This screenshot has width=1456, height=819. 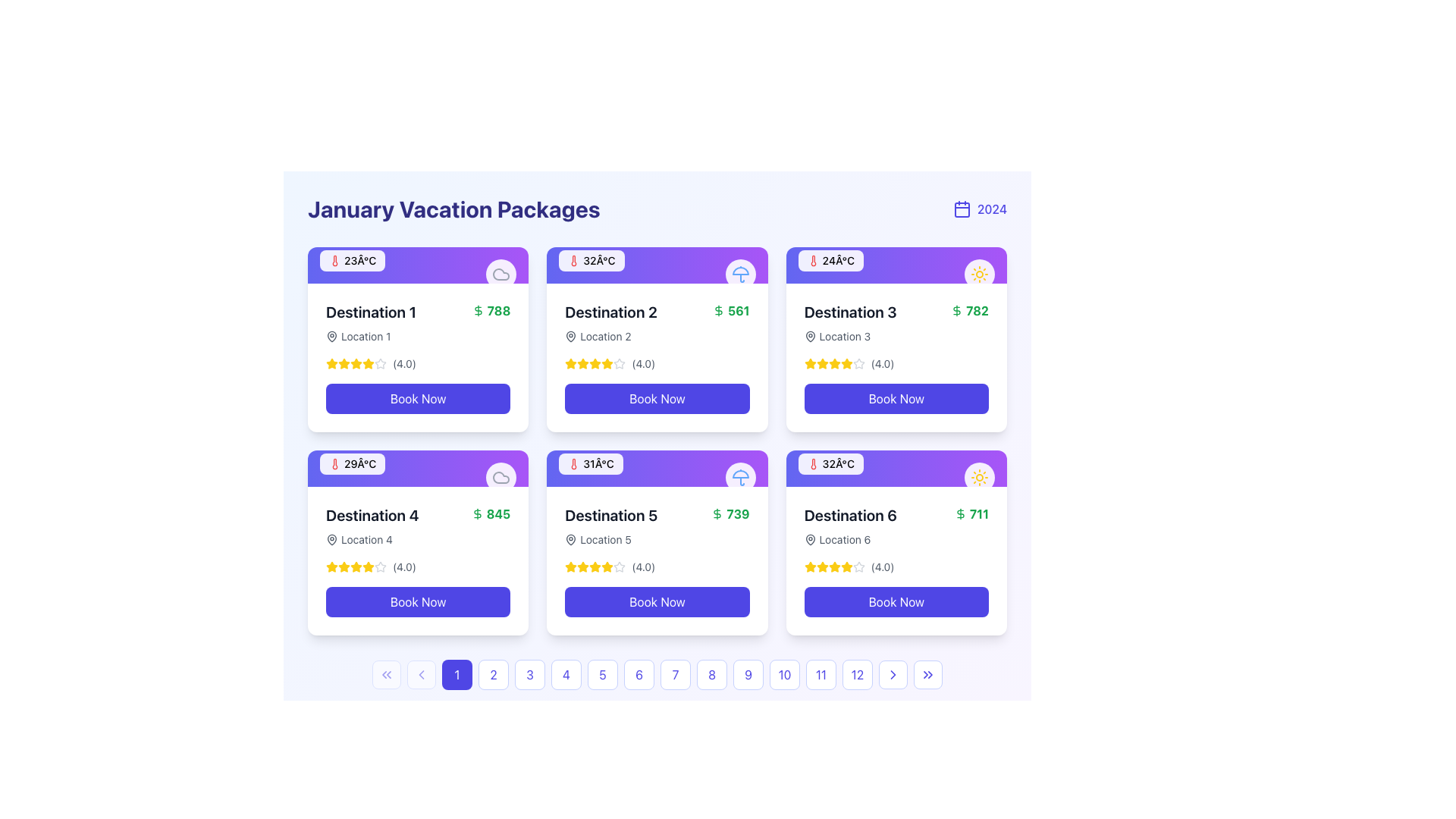 What do you see at coordinates (573, 259) in the screenshot?
I see `the temperature icon located in the header section of the card for 'Destination 2', which provides contextual climate information` at bounding box center [573, 259].